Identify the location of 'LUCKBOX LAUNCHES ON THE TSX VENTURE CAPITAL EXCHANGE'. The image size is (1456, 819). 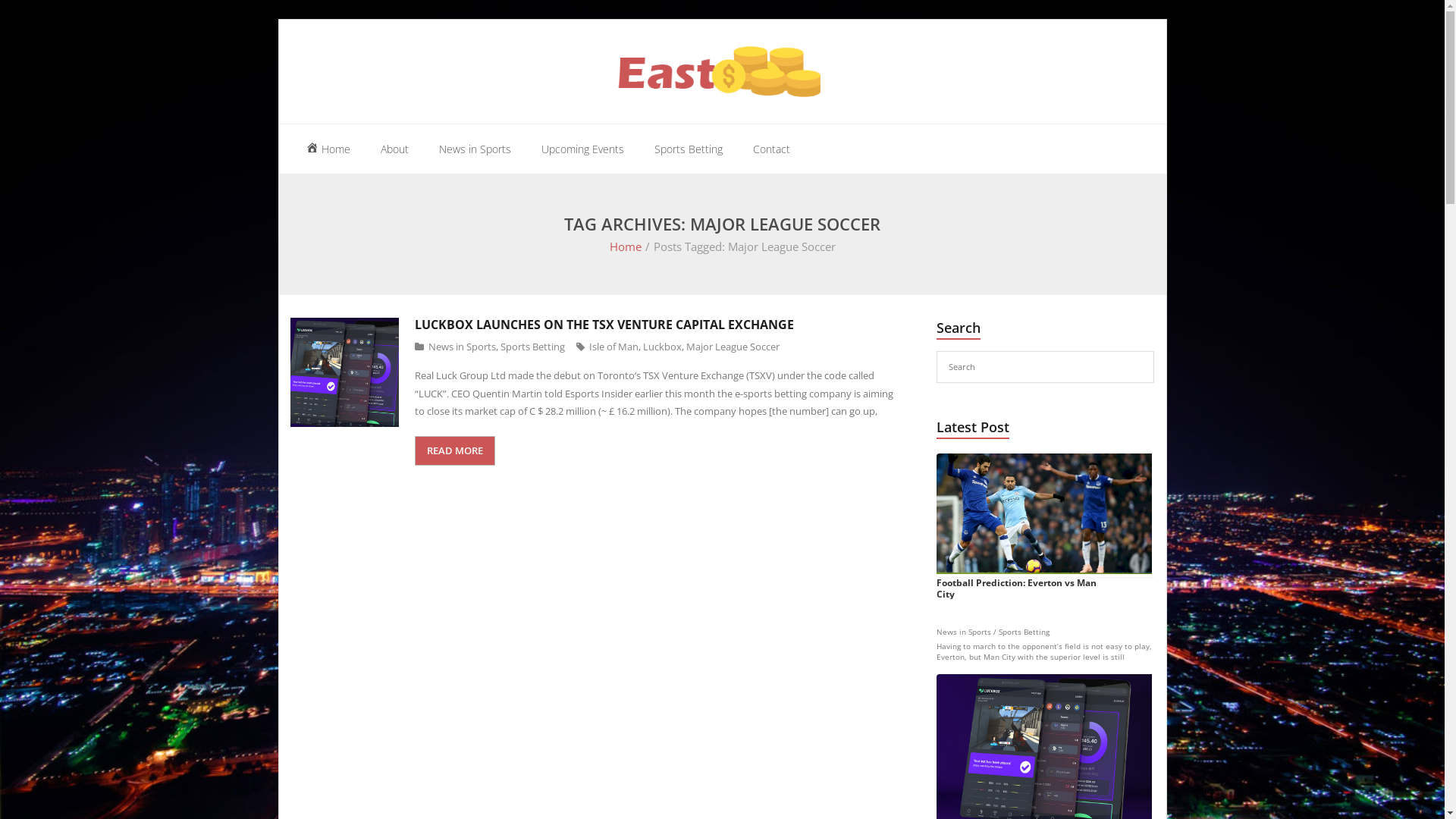
(603, 324).